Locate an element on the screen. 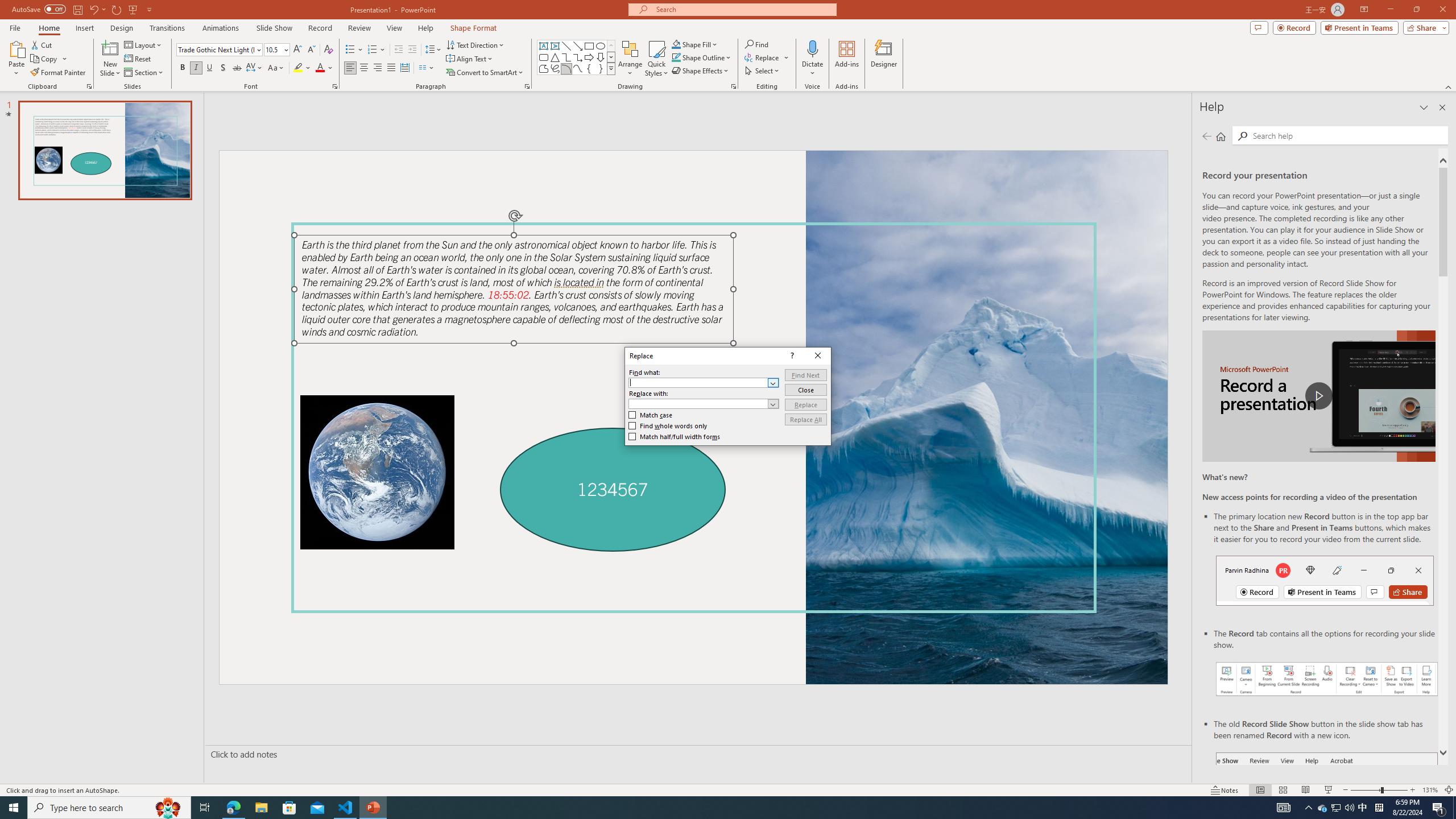  'Arrange' is located at coordinates (630, 59).